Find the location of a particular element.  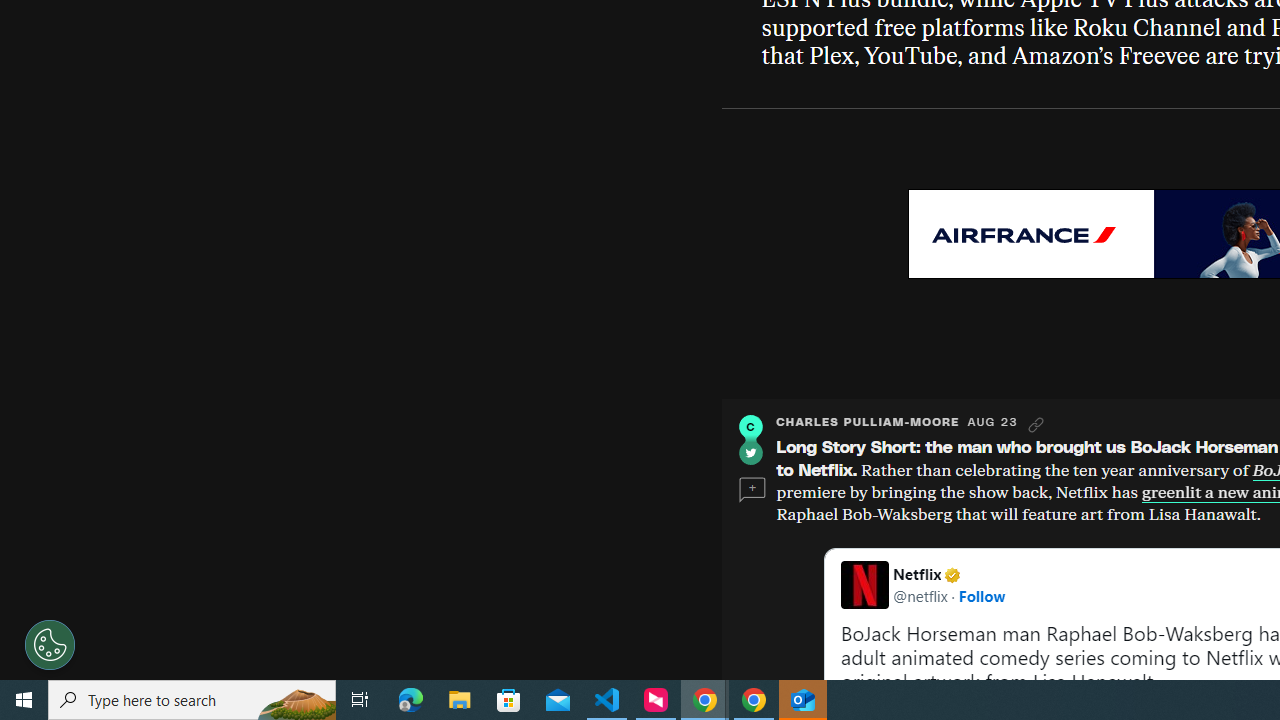

'Verified account' is located at coordinates (951, 574).